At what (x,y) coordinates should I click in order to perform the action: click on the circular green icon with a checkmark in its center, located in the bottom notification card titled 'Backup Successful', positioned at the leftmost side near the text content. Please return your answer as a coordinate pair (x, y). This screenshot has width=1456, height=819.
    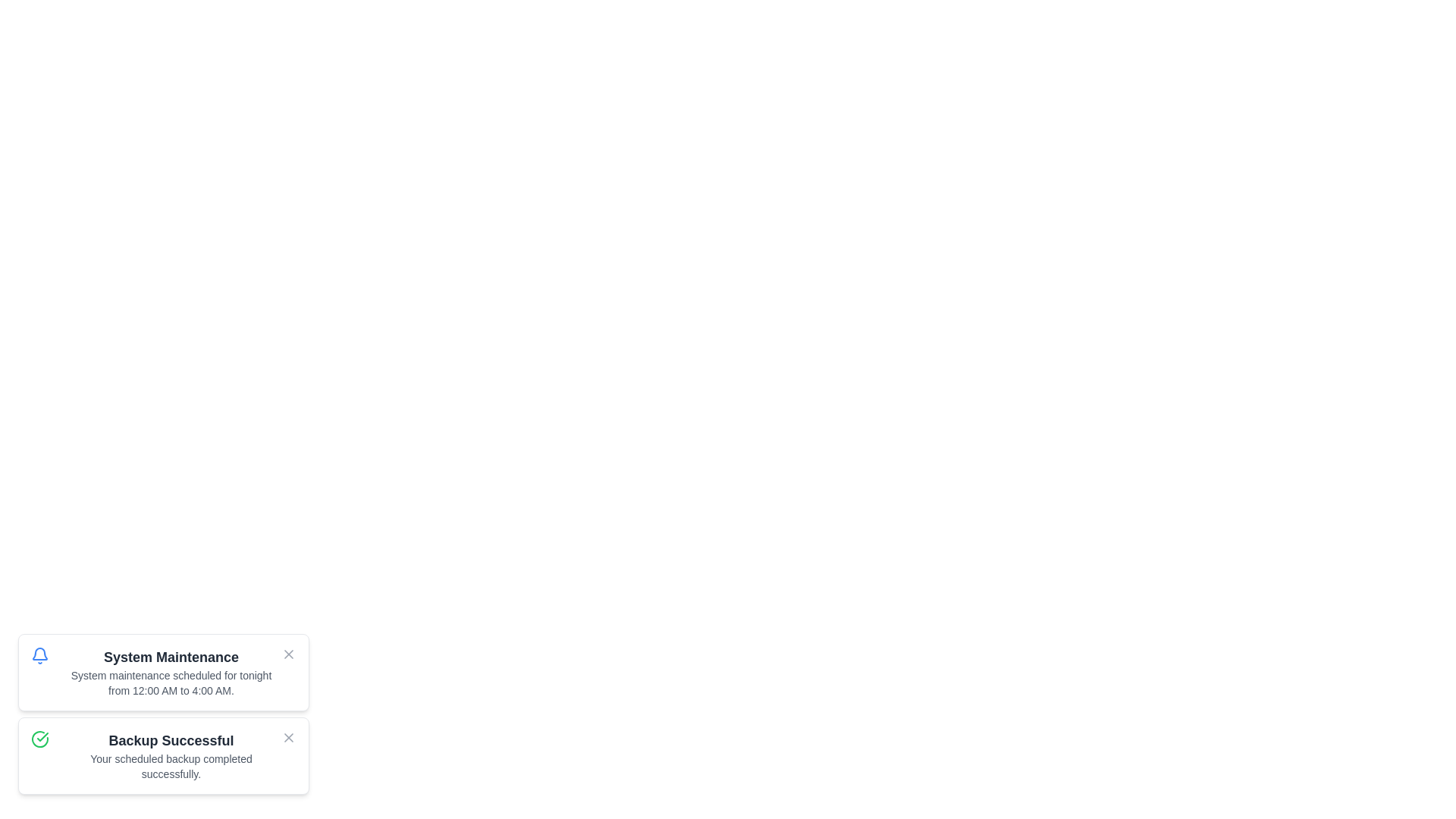
    Looking at the image, I should click on (39, 739).